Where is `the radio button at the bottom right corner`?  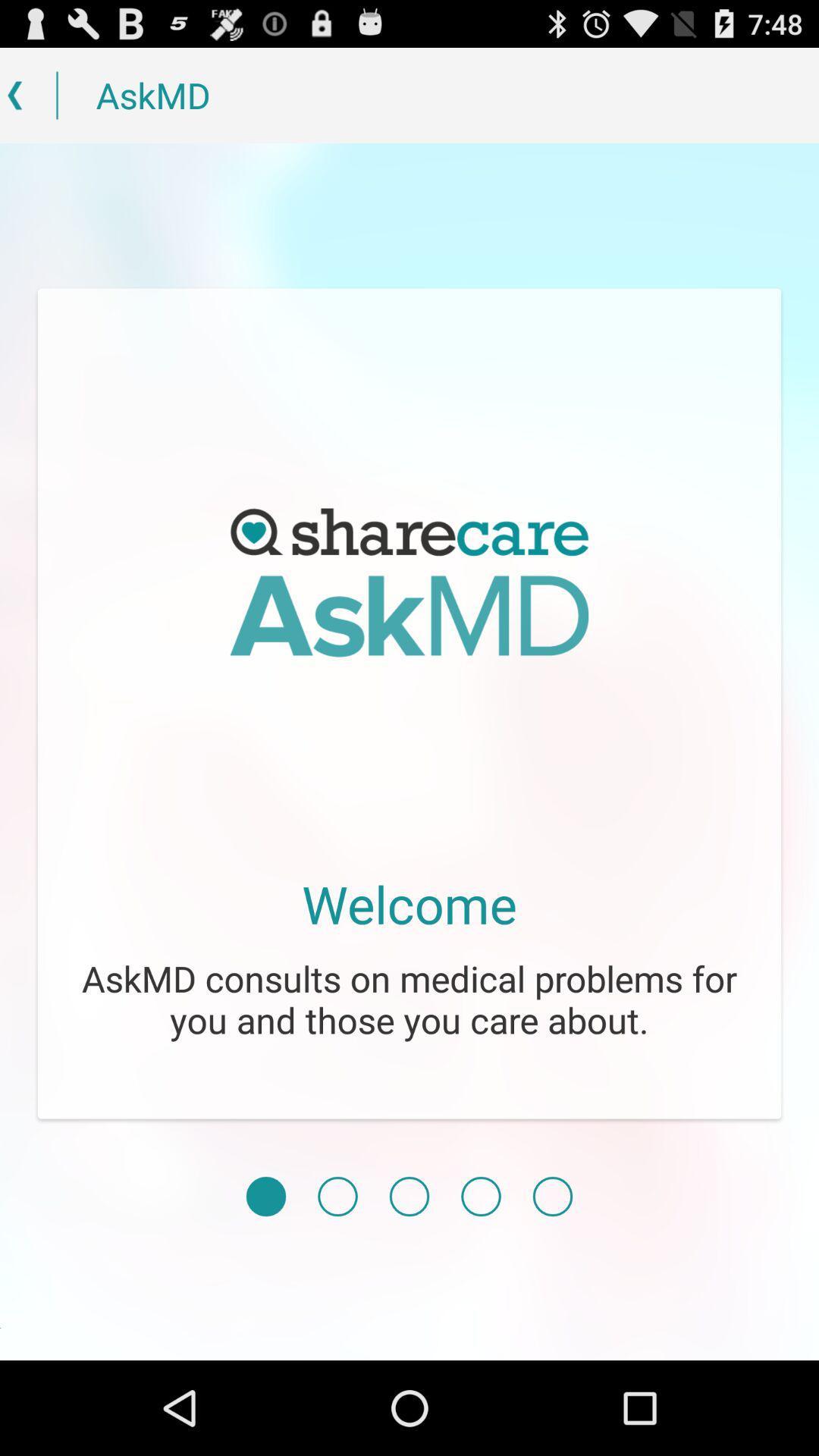
the radio button at the bottom right corner is located at coordinates (553, 1196).